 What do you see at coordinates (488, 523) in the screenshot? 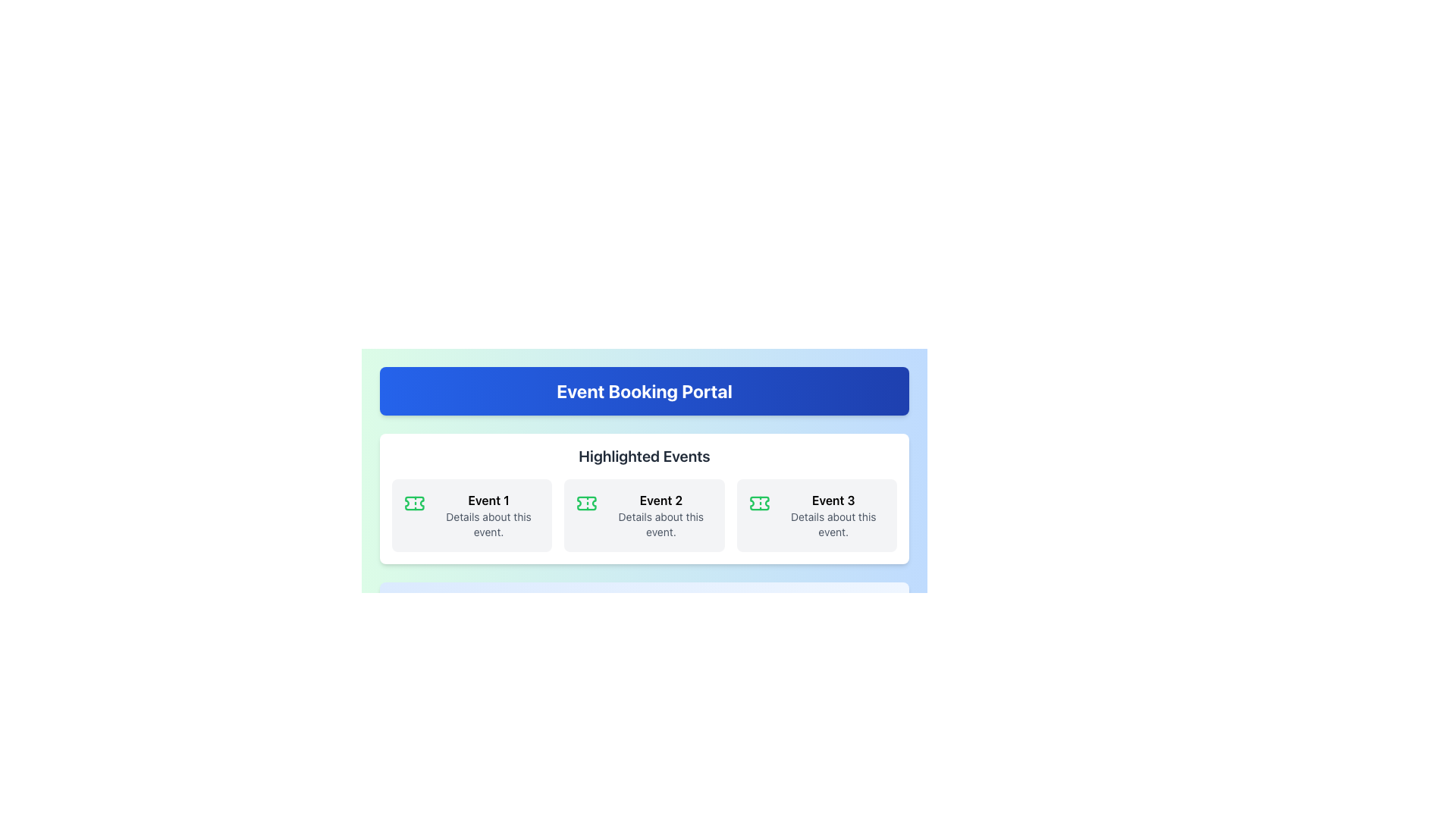
I see `the static text label that displays 'Details about this event.' which is located directly underneath the 'Event 1' title in the 'Highlighted Events' section` at bounding box center [488, 523].